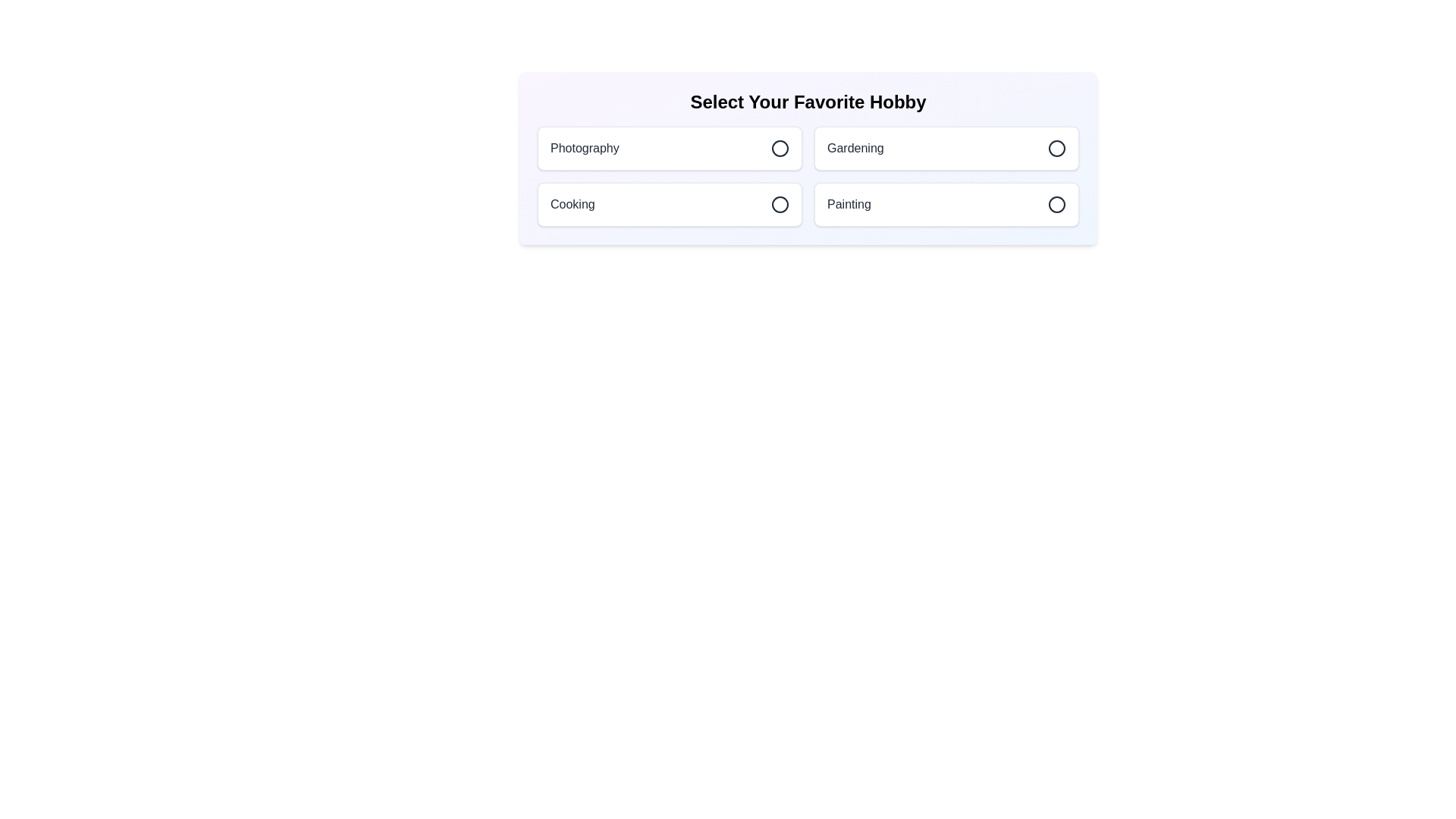 The width and height of the screenshot is (1456, 819). What do you see at coordinates (572, 205) in the screenshot?
I see `the 'Cooking' label using the keyboard to select the option located in the lower-left quadrant of the grid, below 'Photography' and aligned with a circular radio button` at bounding box center [572, 205].